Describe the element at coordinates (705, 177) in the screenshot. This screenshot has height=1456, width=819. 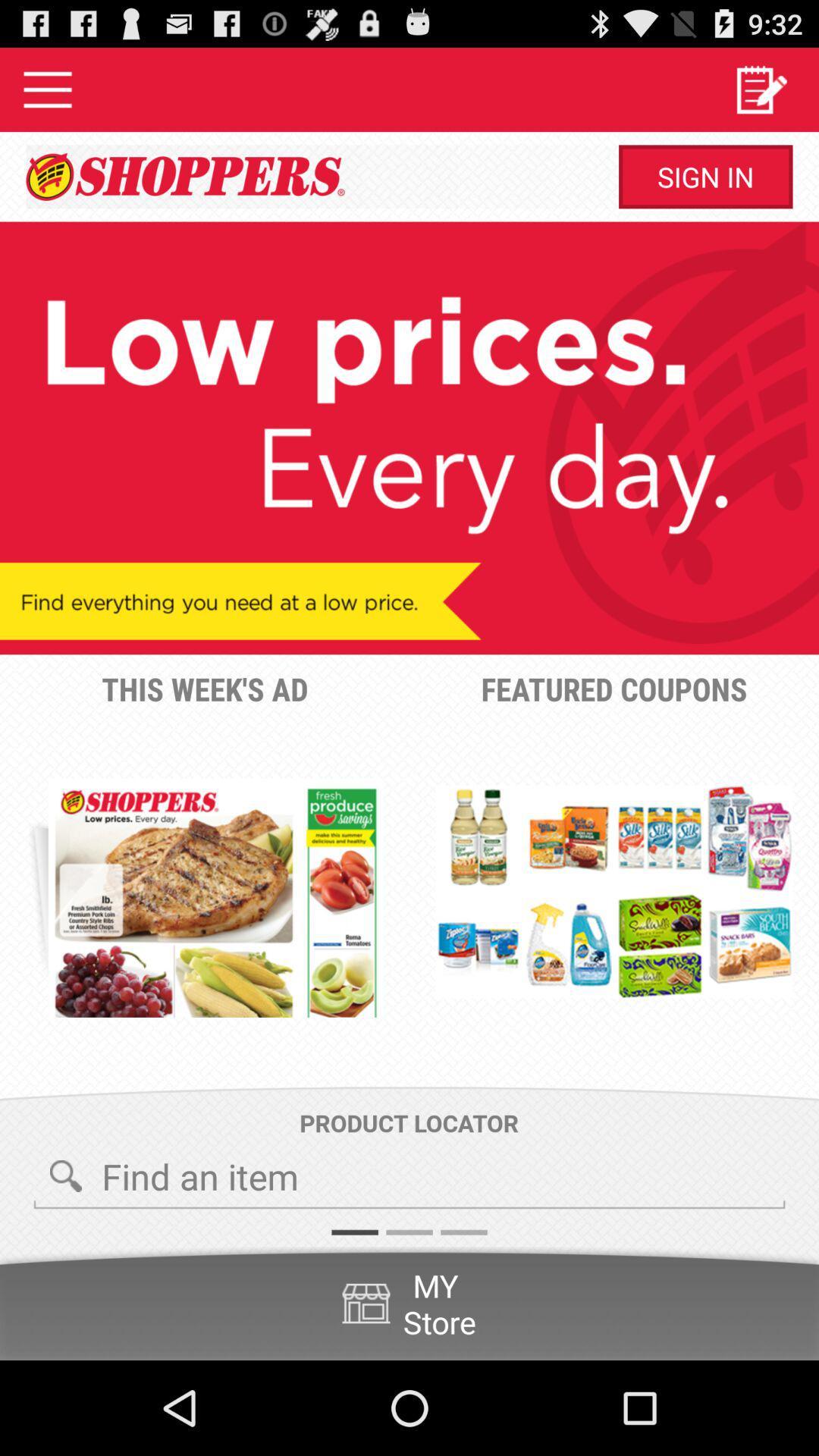
I see `sign in item` at that location.